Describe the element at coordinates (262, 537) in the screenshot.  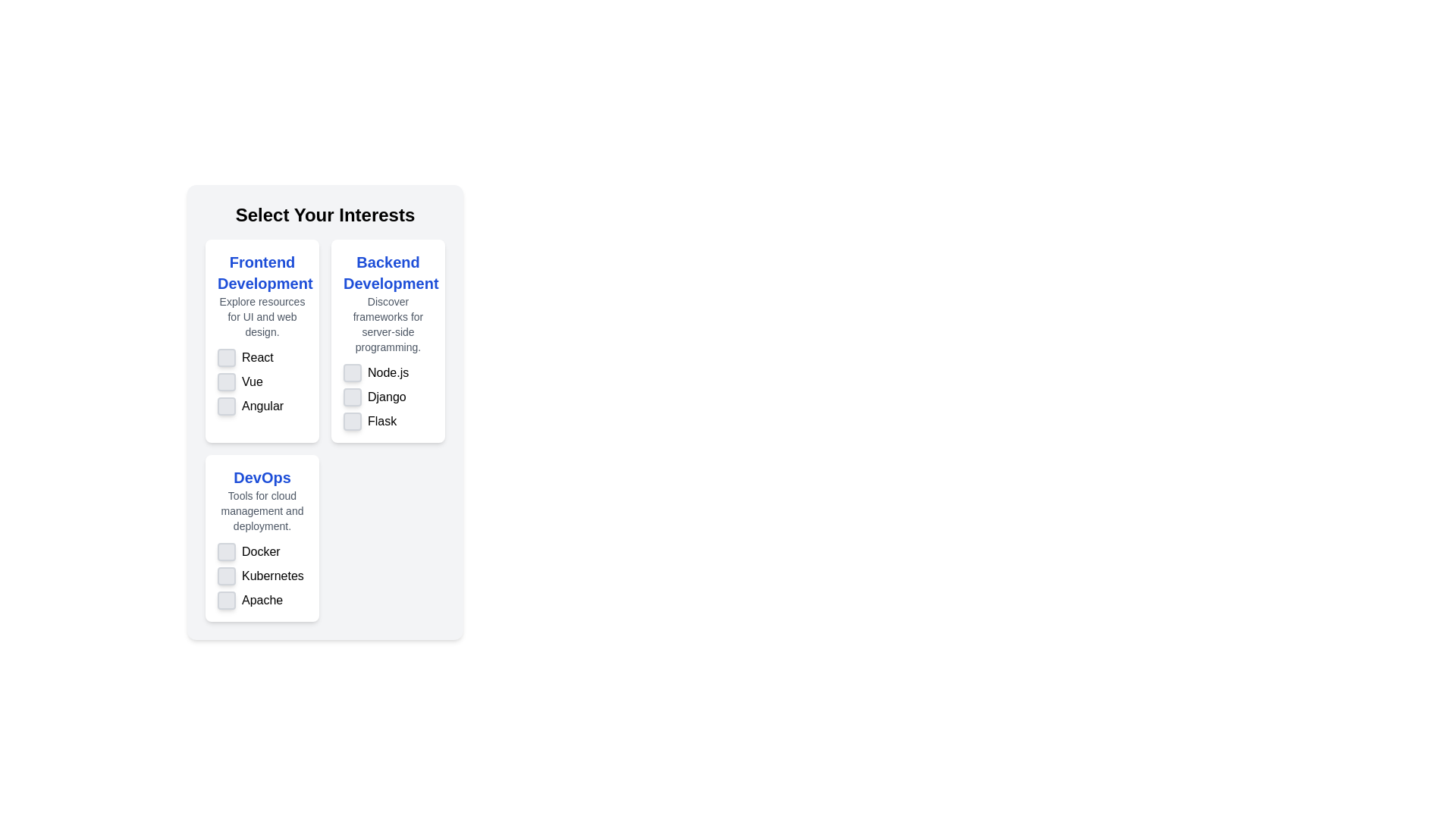
I see `the checkboxes within the selection card for the 'DevOps' category` at that location.